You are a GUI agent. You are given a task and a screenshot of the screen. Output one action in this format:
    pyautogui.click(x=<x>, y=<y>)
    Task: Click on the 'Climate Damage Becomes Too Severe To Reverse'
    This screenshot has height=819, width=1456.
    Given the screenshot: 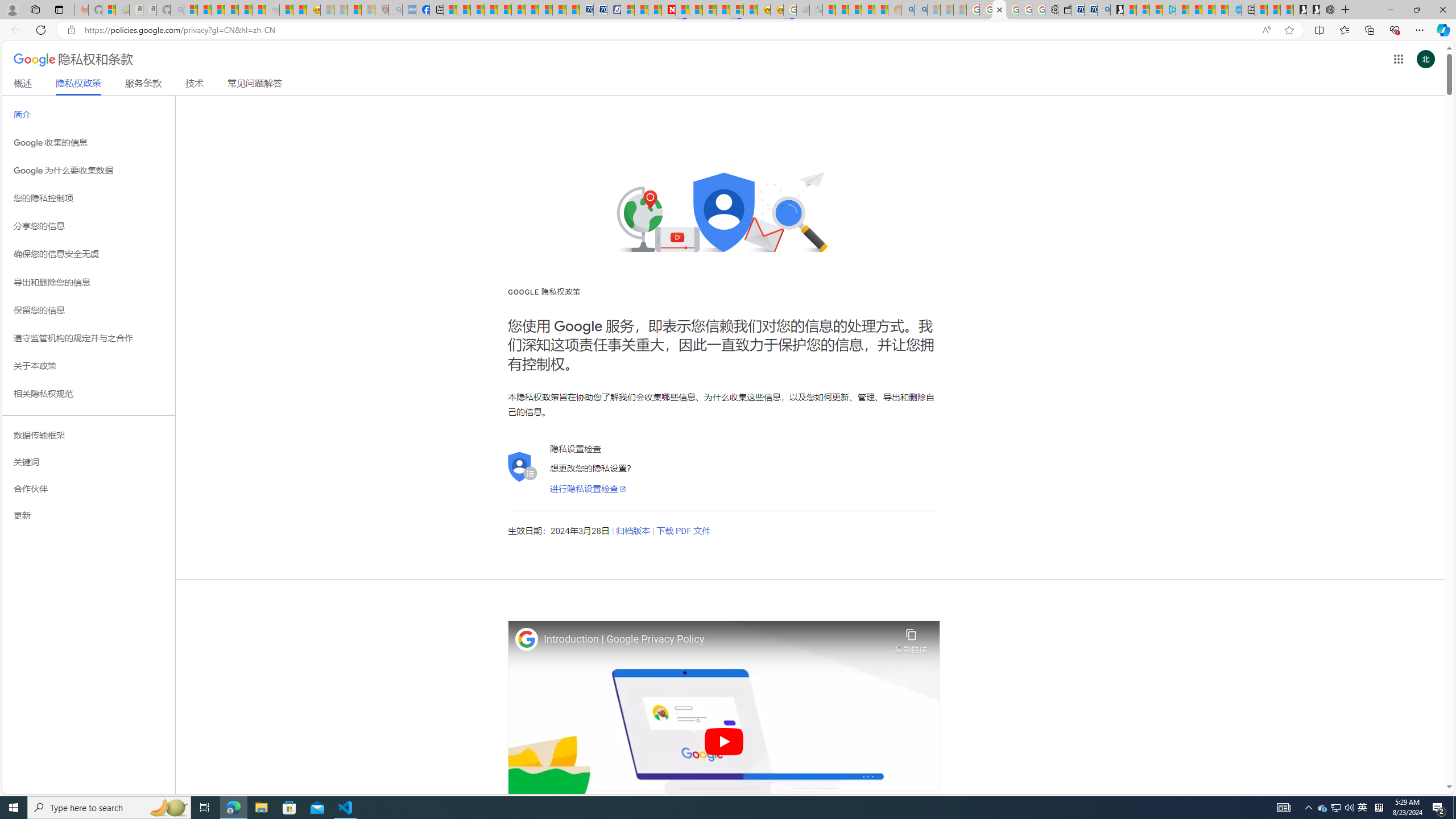 What is the action you would take?
    pyautogui.click(x=490, y=9)
    